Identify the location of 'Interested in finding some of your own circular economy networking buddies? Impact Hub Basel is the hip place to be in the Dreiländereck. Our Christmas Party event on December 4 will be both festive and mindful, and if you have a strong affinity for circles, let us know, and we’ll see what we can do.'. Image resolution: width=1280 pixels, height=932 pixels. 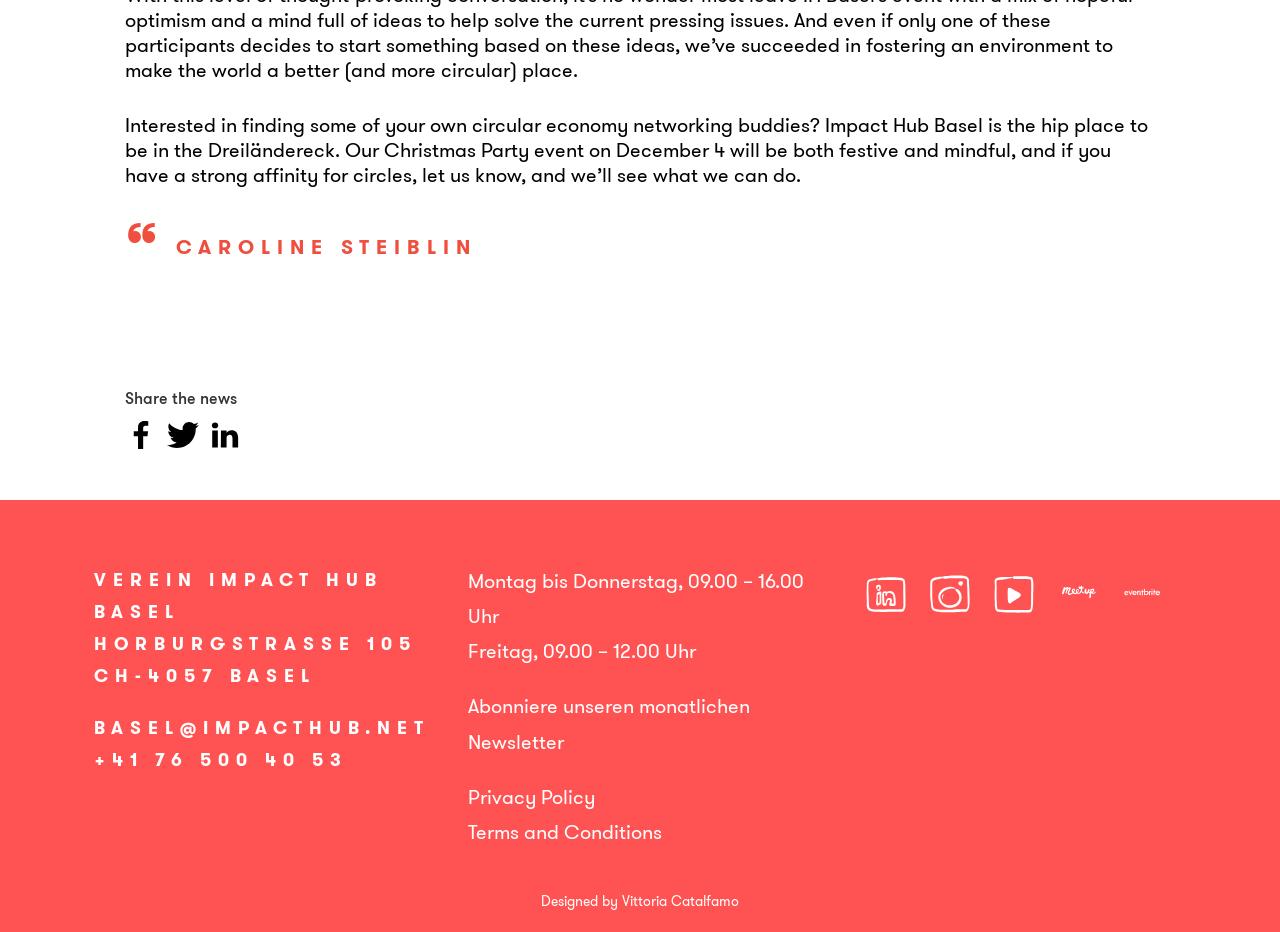
(635, 148).